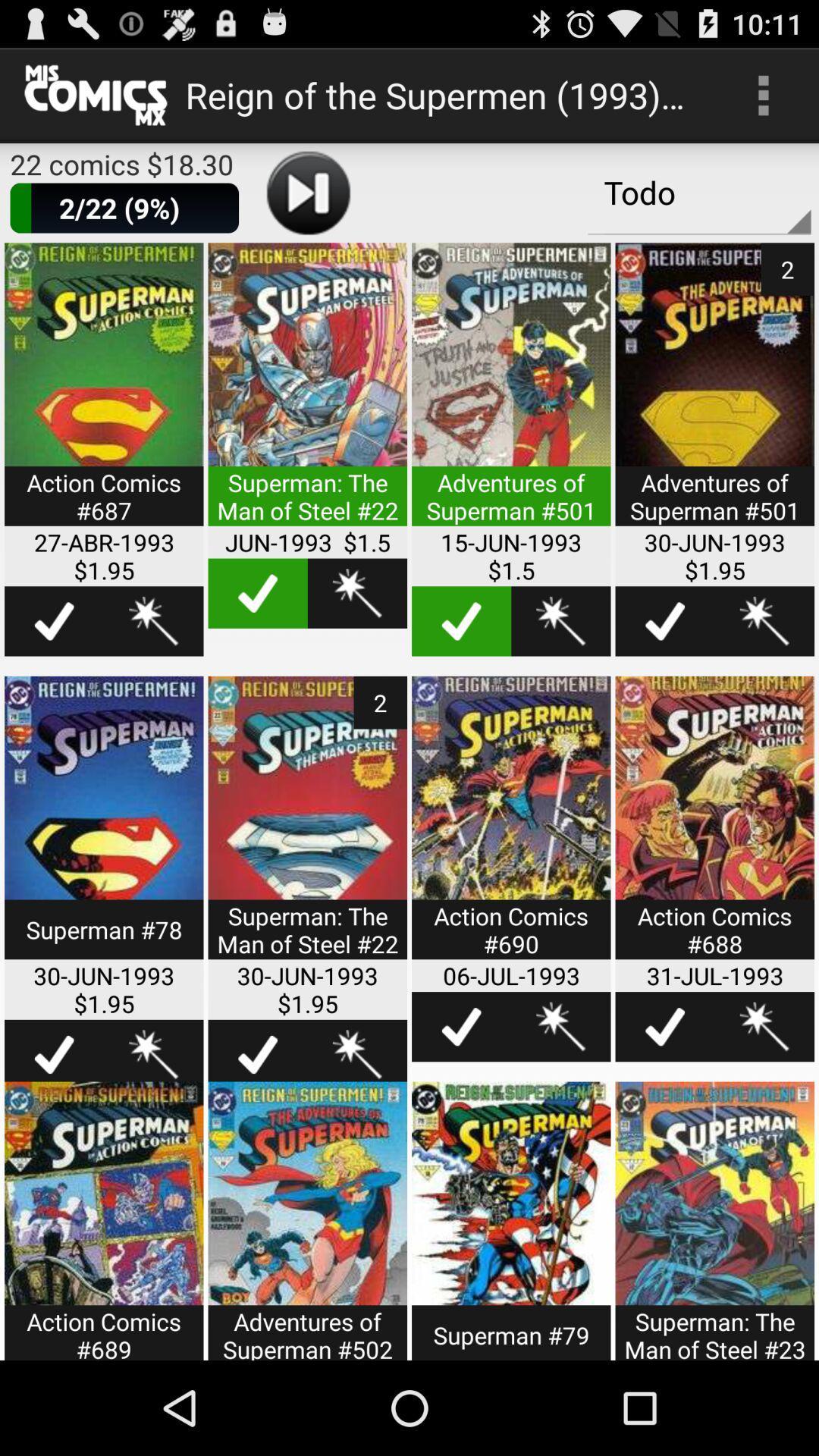  What do you see at coordinates (307, 206) in the screenshot?
I see `the skip_next icon` at bounding box center [307, 206].